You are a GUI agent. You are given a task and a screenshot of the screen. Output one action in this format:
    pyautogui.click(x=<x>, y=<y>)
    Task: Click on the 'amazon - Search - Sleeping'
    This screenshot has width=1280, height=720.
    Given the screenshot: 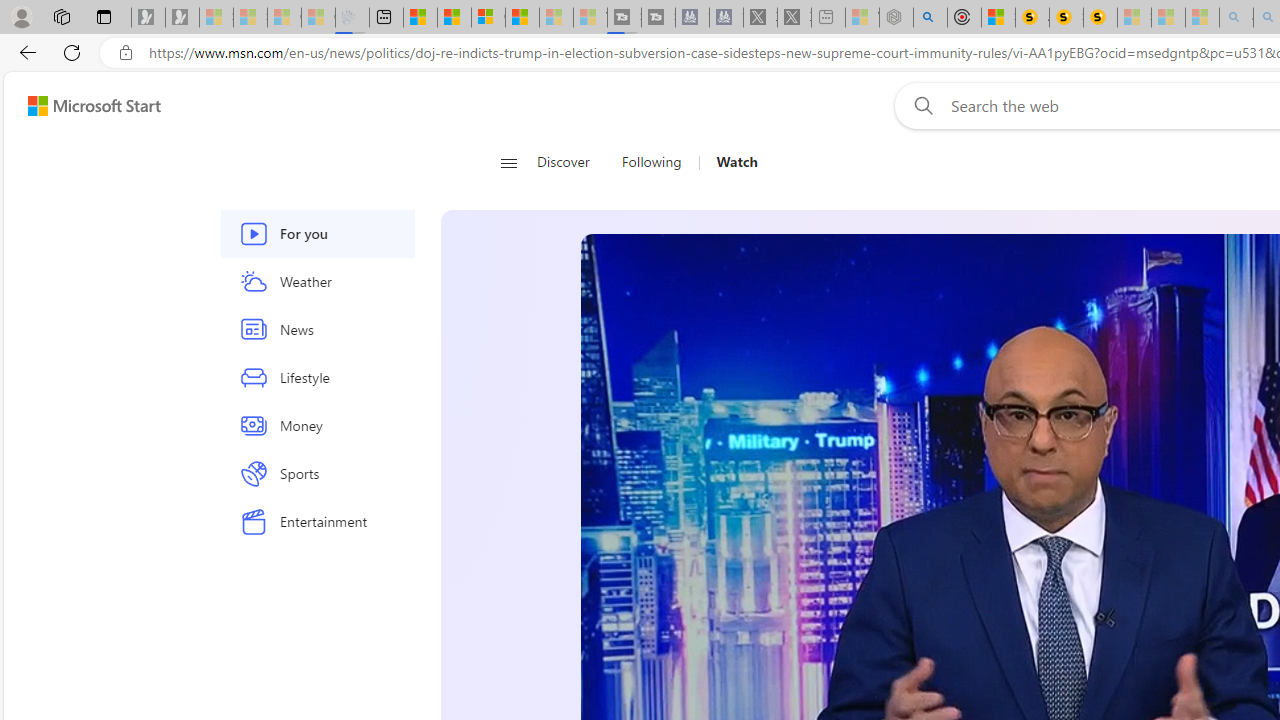 What is the action you would take?
    pyautogui.click(x=1235, y=17)
    